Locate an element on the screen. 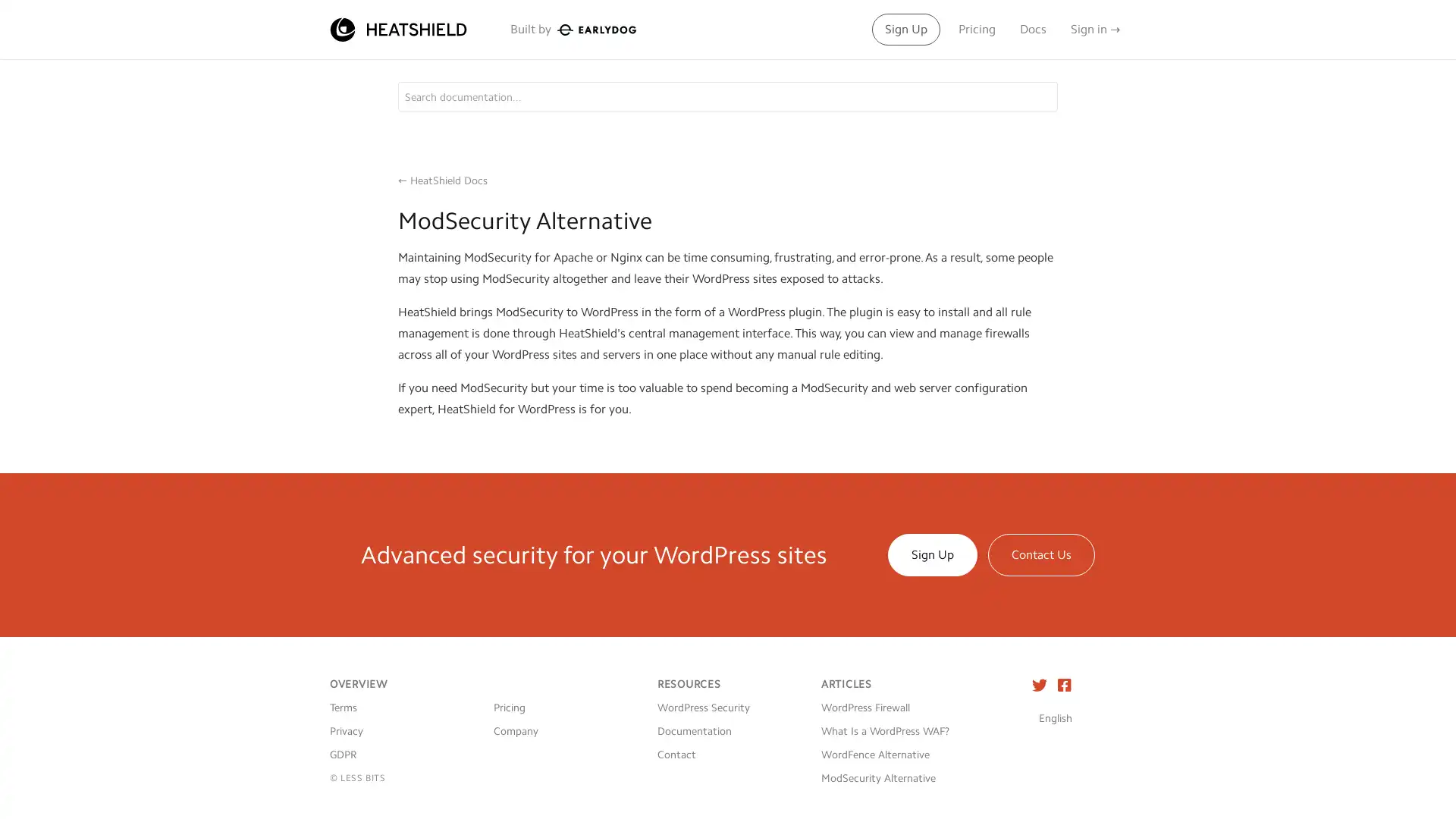 The width and height of the screenshot is (1456, 819). Sign Up is located at coordinates (906, 29).